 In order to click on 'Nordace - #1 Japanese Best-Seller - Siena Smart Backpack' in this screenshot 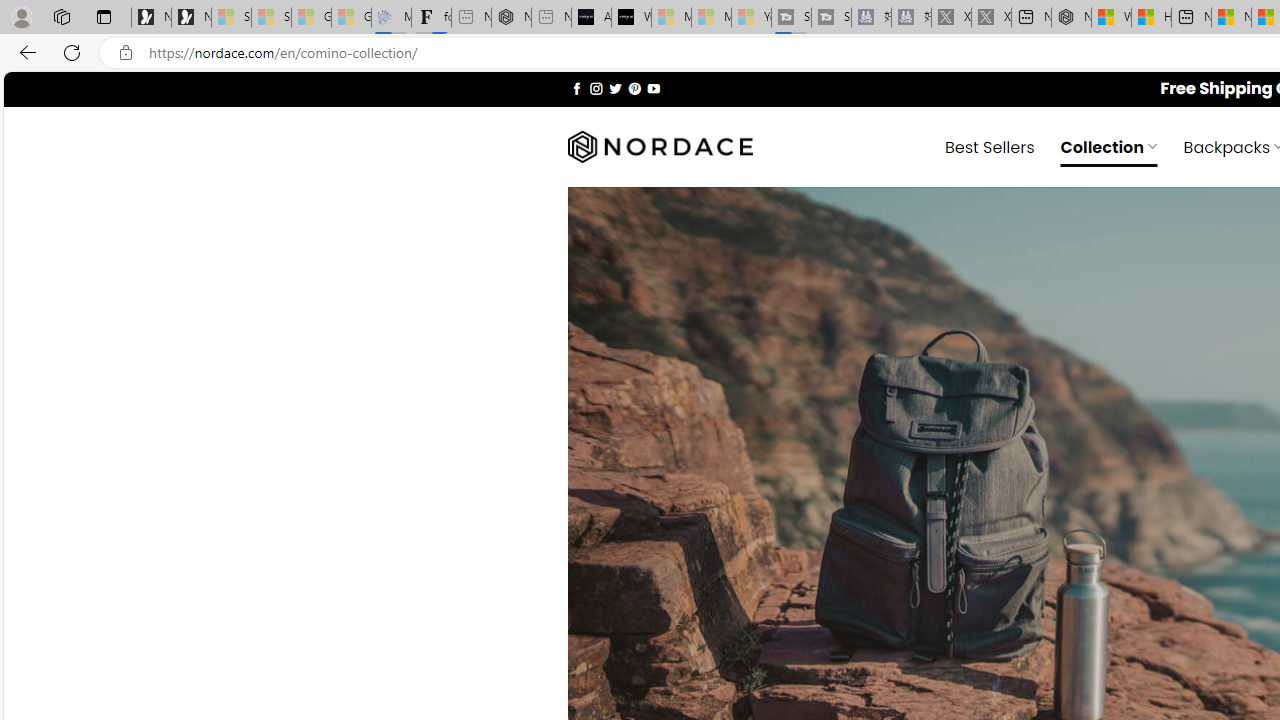, I will do `click(511, 17)`.